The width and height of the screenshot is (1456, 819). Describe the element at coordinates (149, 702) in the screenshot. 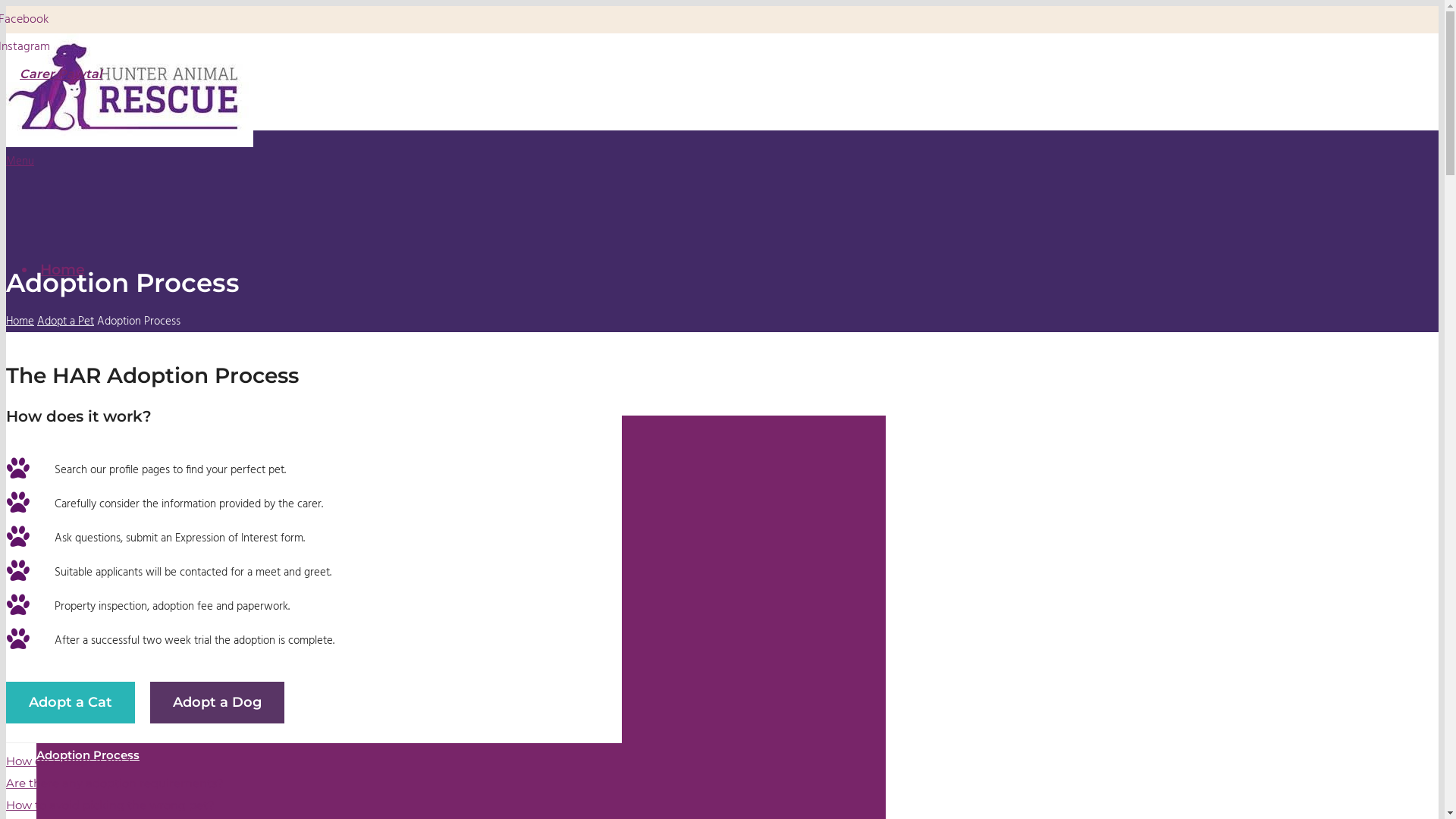

I see `'Adopt a Dog'` at that location.